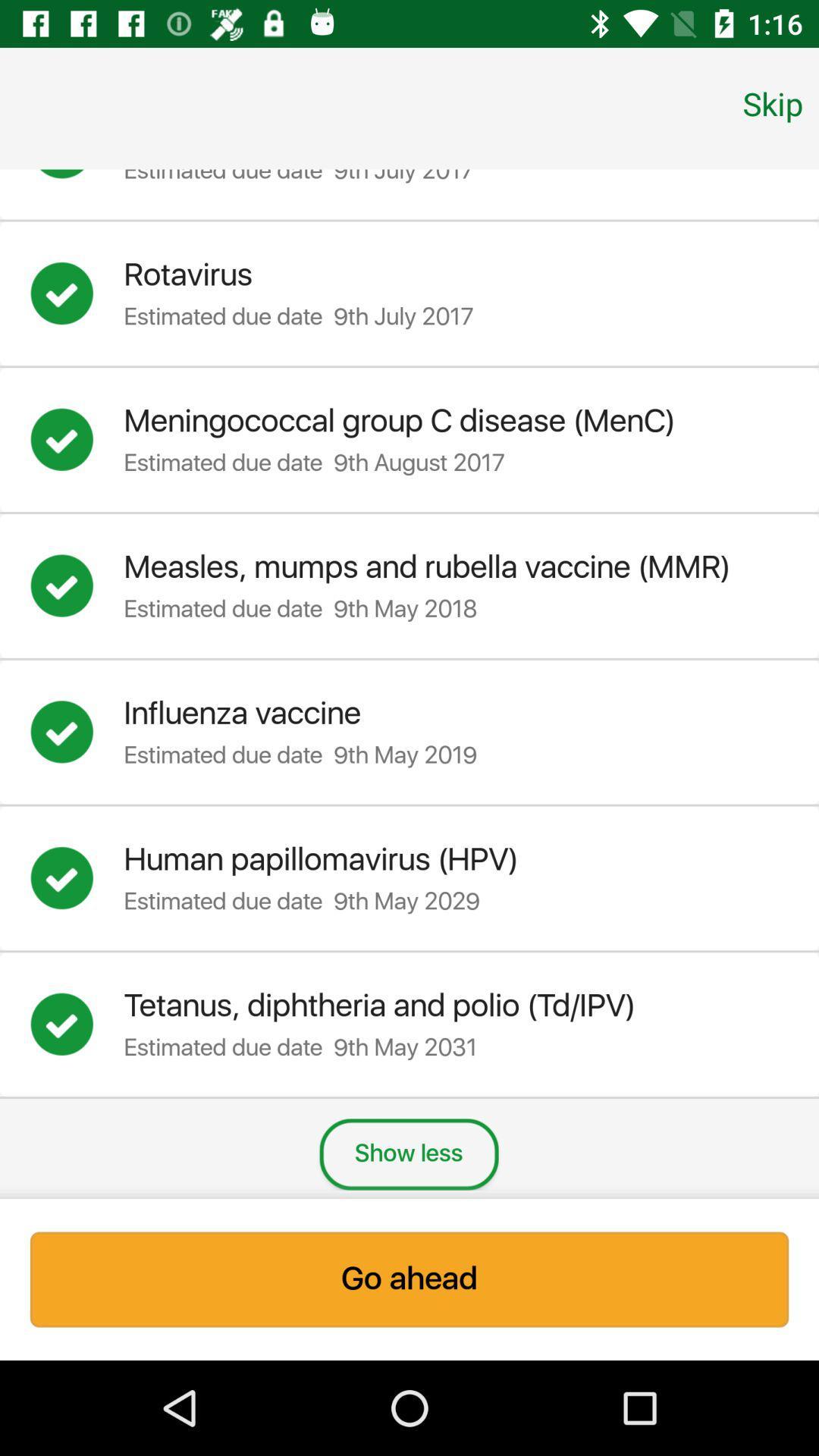 The height and width of the screenshot is (1456, 819). What do you see at coordinates (773, 102) in the screenshot?
I see `skip icon` at bounding box center [773, 102].